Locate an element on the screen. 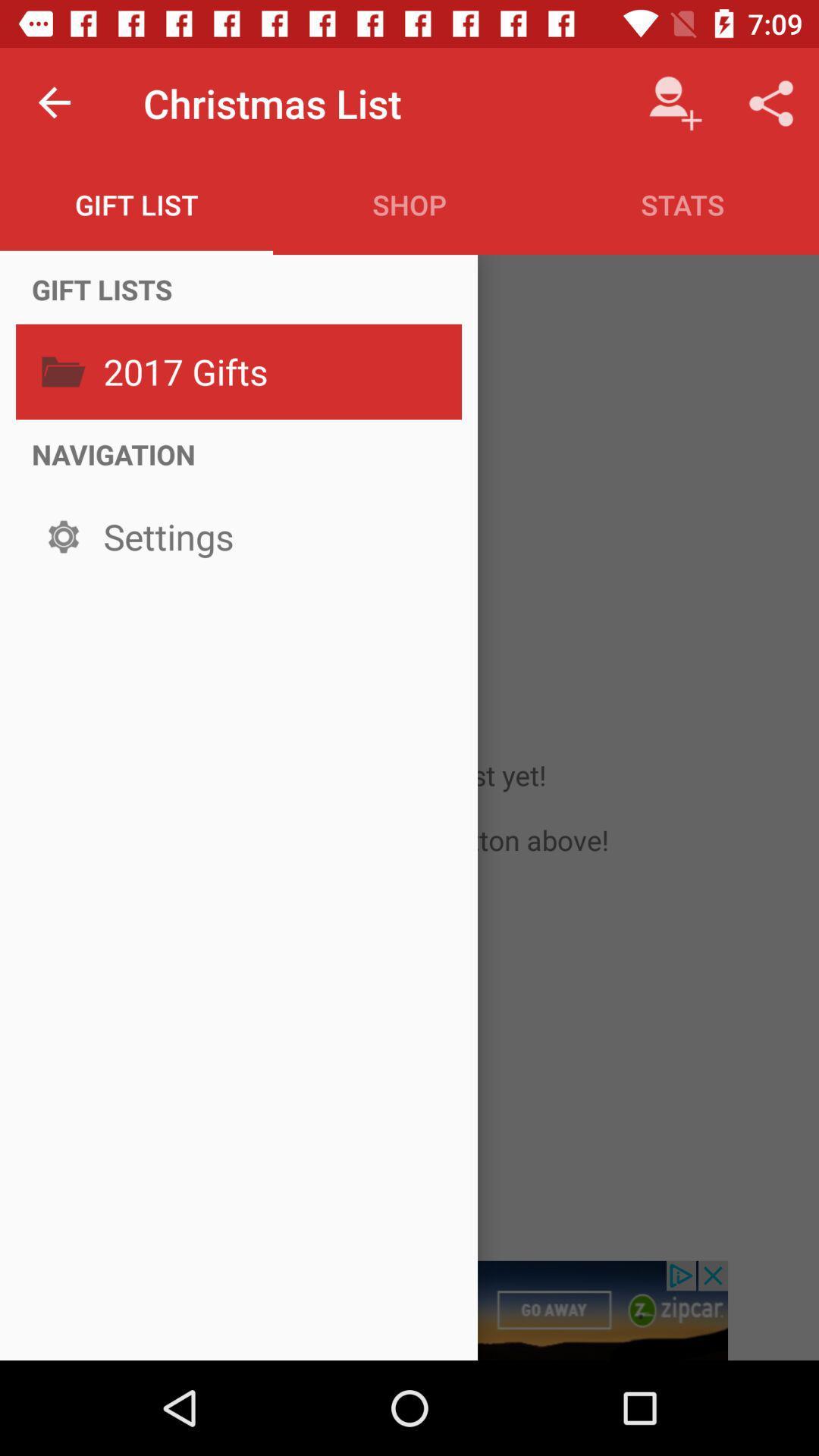 Image resolution: width=819 pixels, height=1456 pixels. the item above 2017 gifts icon is located at coordinates (102, 289).